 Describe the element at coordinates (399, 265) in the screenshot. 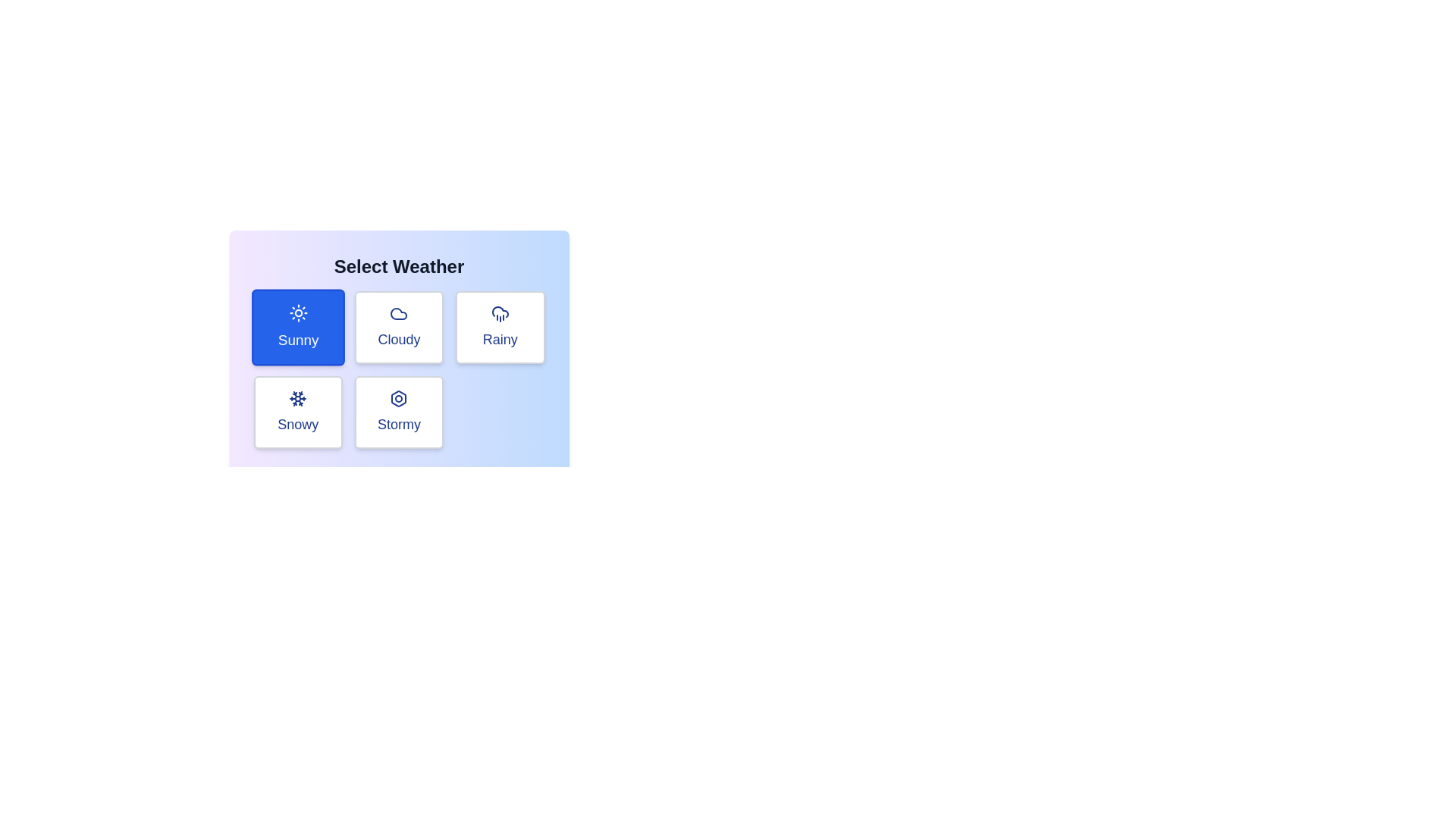

I see `the Header text that indicates the purpose of the section containing selectable weather options, which is located directly above a grid of weather options` at that location.